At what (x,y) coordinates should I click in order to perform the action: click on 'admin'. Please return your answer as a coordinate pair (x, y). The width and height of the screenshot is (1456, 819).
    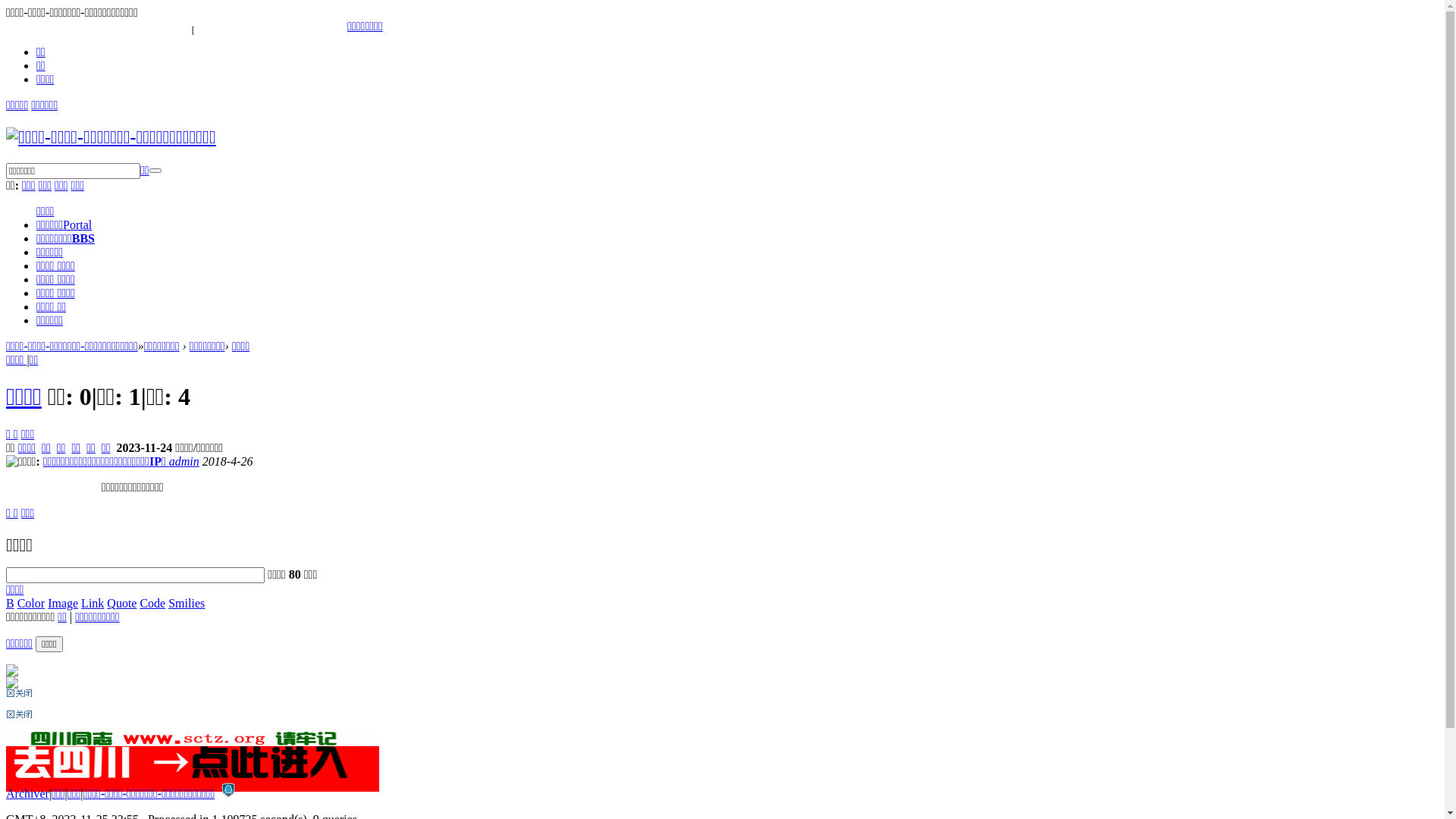
    Looking at the image, I should click on (168, 460).